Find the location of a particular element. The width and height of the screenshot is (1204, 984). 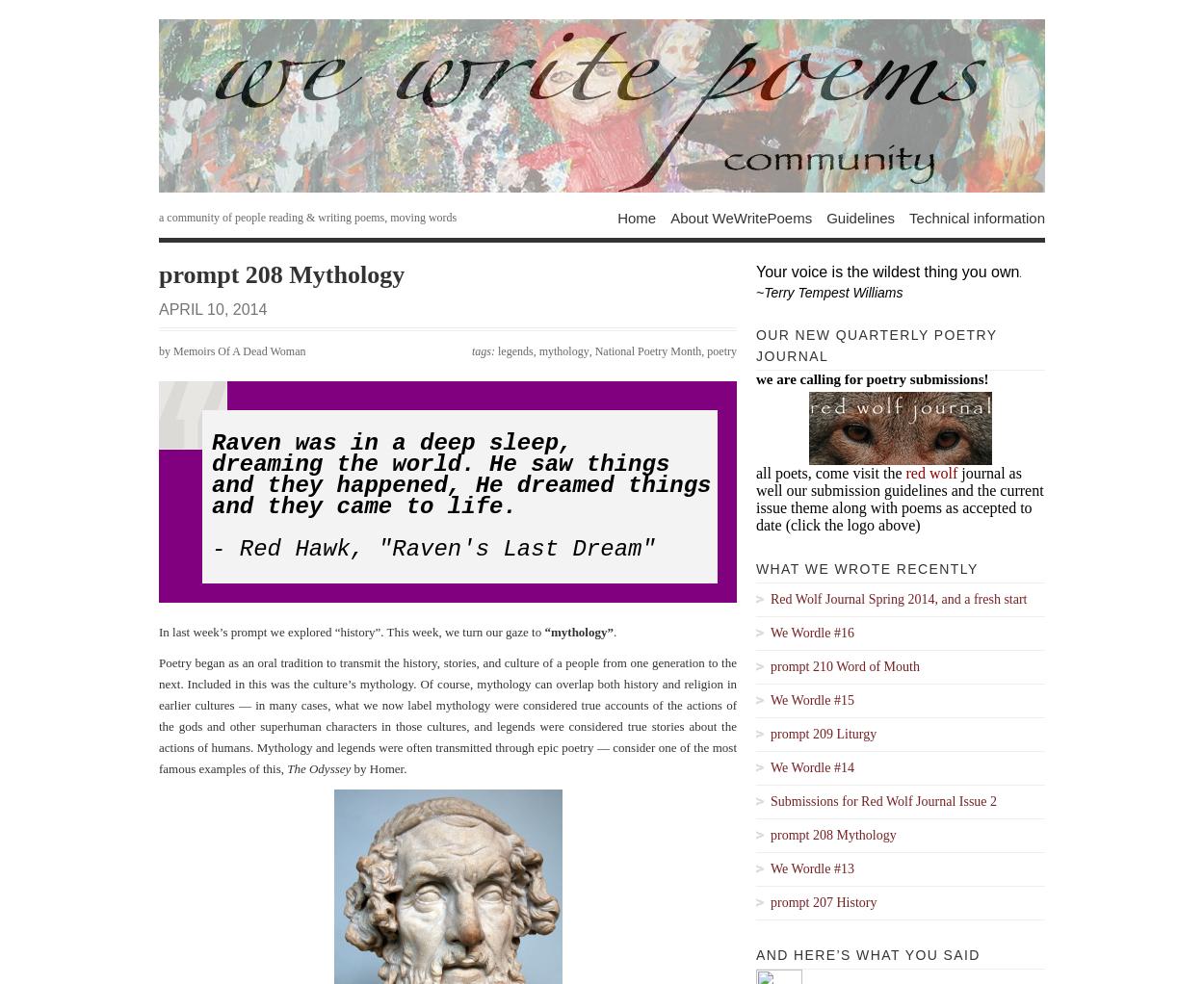

'what we wrote recently' is located at coordinates (867, 568).